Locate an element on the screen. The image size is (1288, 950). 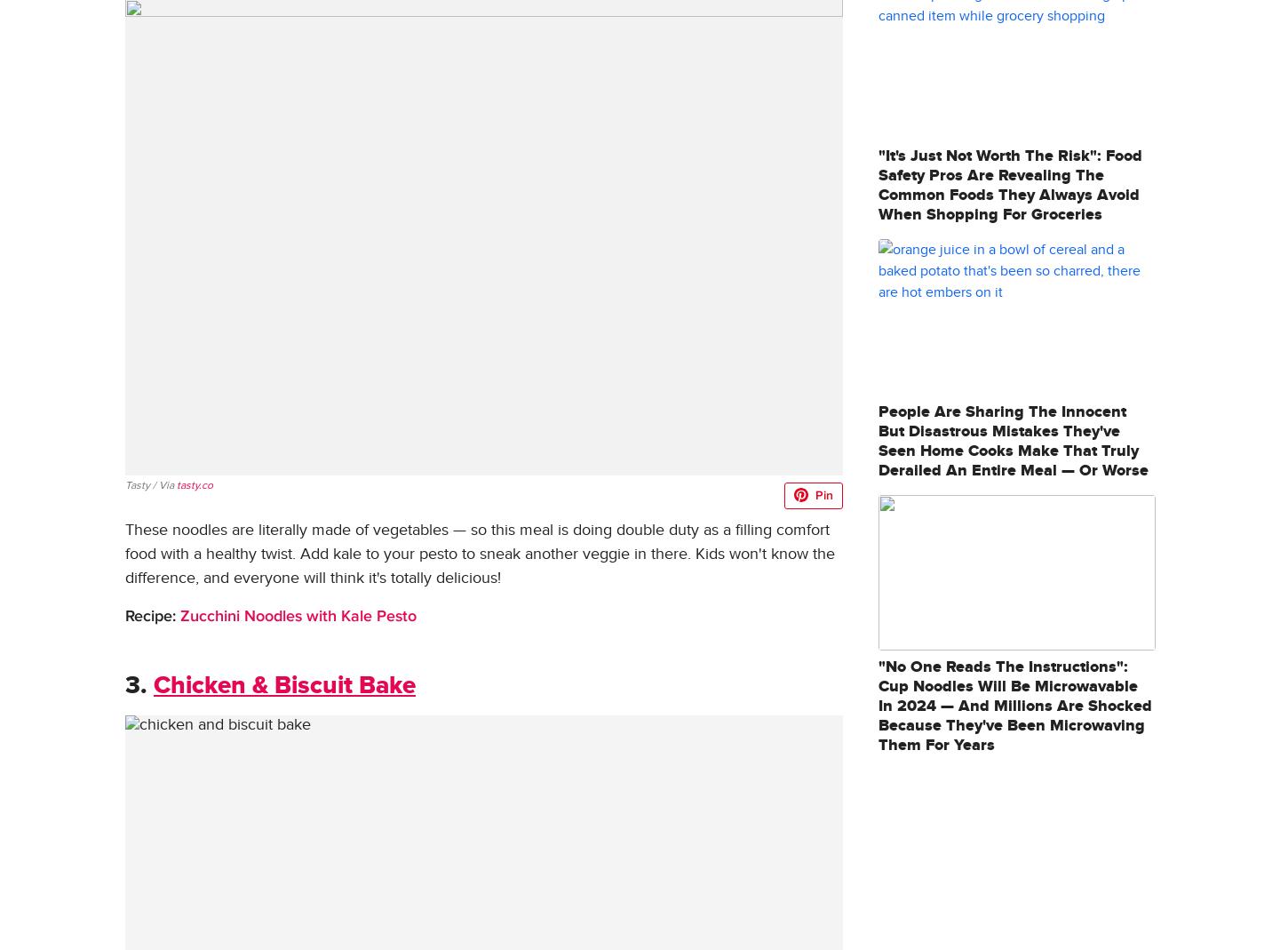
'These noodles are literally made of vegetables — so this meal is doing double duty as a filling comfort food with a healthy twist. Add kale to your pesto to sneak another veggie in there. Kids won't know the difference, and everyone will think it's totally delicious!' is located at coordinates (480, 553).